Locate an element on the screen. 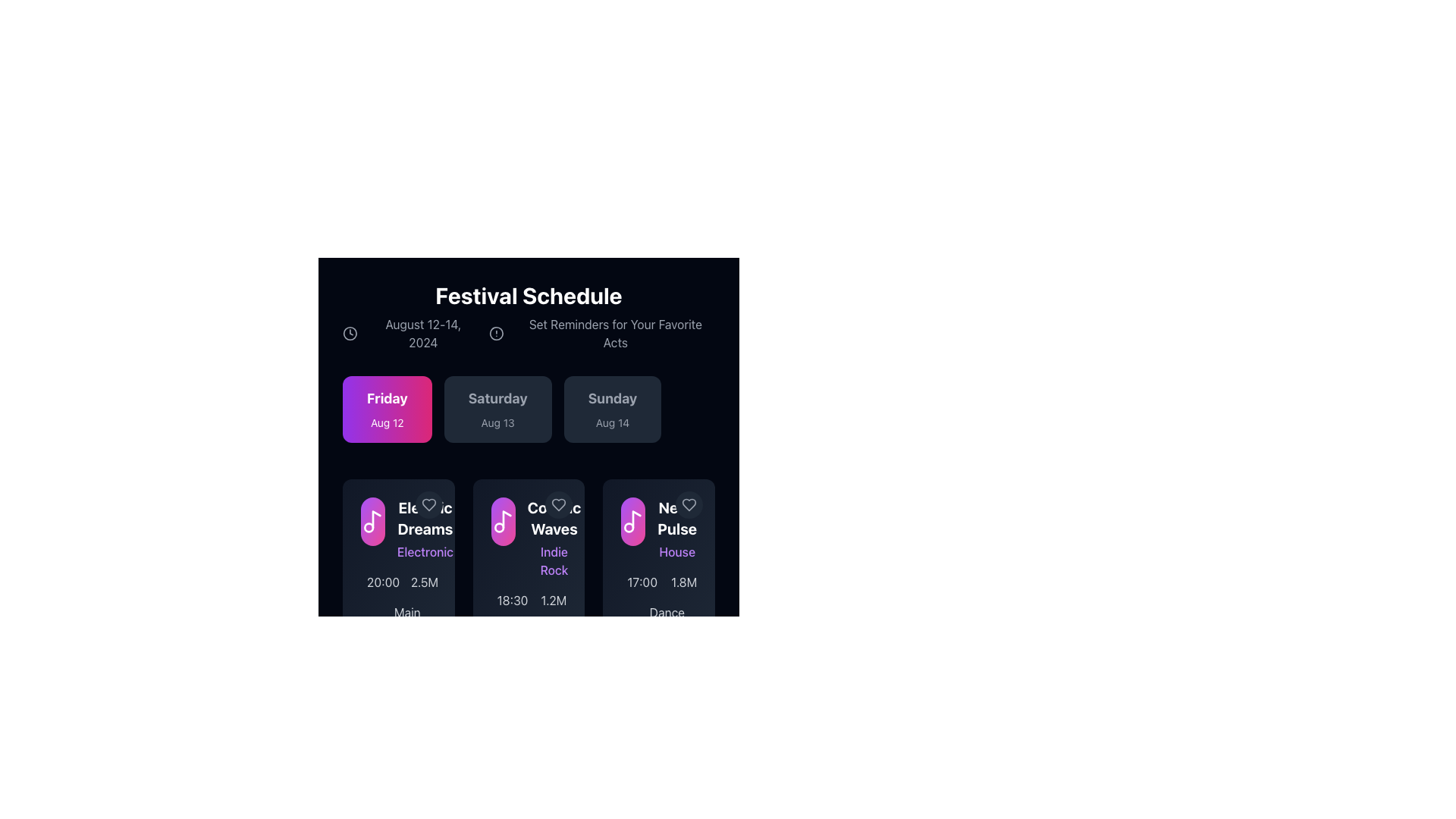  the text label in the bottom right corner of the schedule items card that displays the event title and category is located at coordinates (676, 529).